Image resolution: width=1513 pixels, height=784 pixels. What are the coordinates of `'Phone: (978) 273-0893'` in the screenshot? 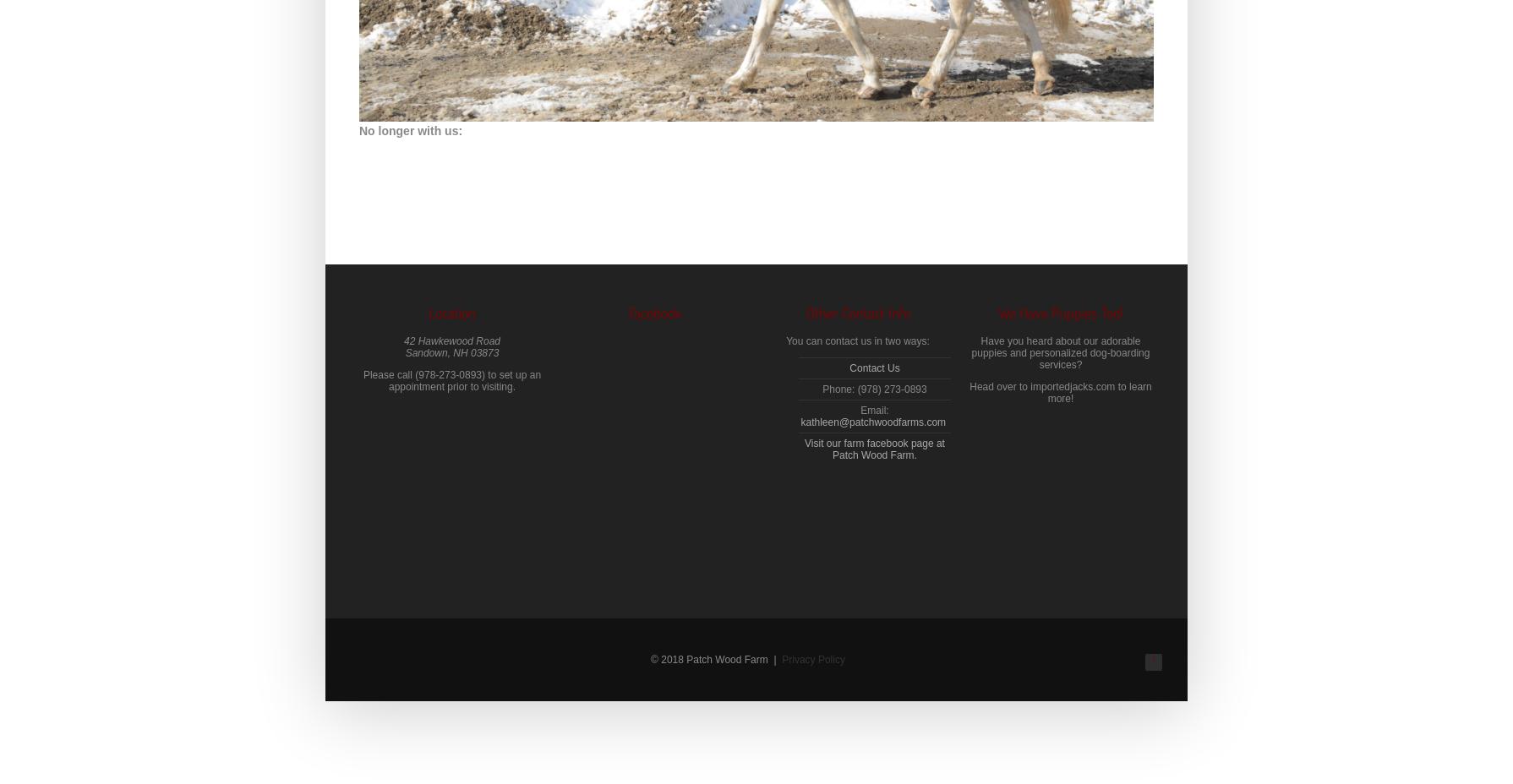 It's located at (874, 389).